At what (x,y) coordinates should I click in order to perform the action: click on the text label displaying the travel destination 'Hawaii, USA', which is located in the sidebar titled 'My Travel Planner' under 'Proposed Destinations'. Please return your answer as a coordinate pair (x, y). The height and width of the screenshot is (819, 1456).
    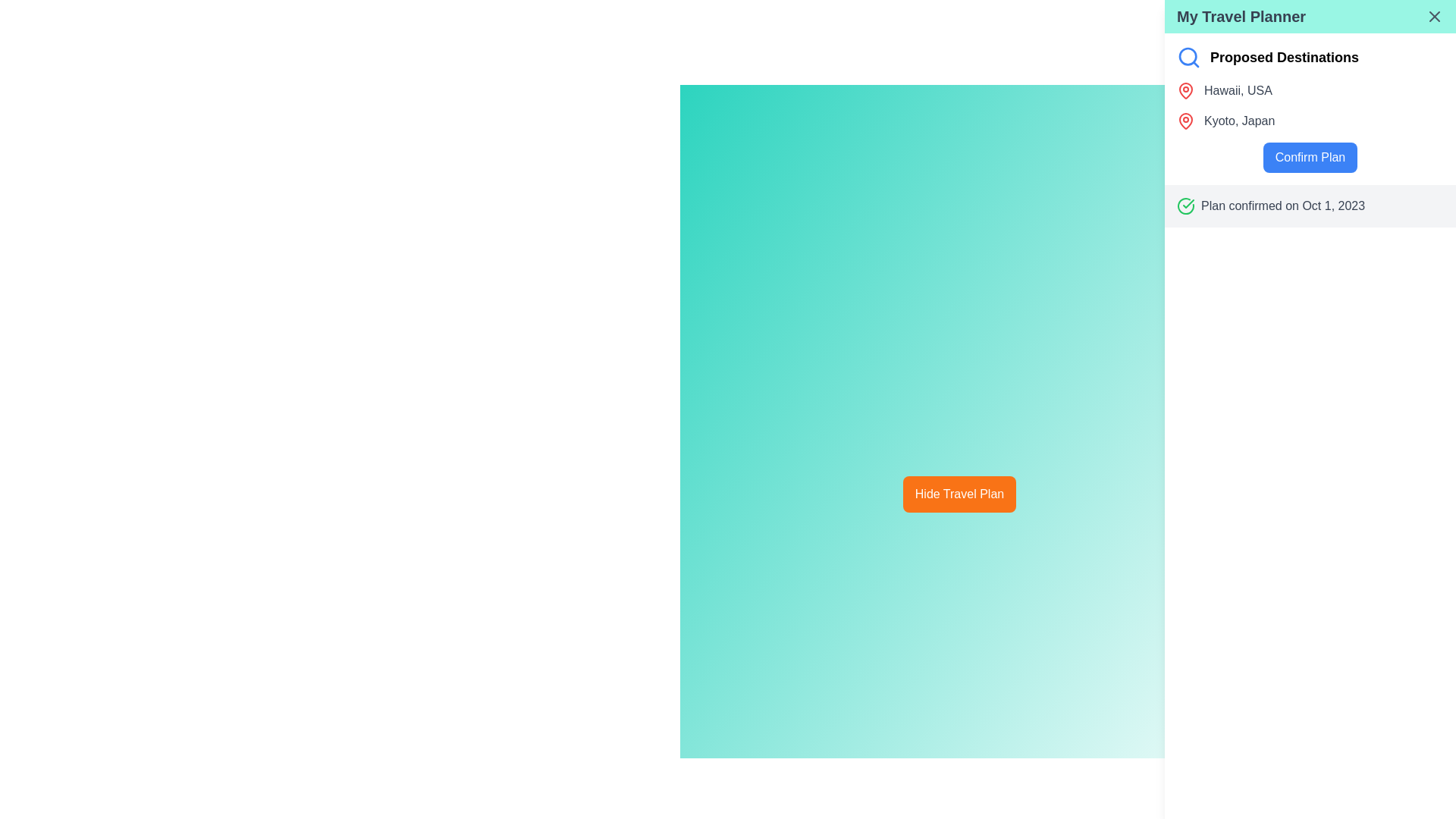
    Looking at the image, I should click on (1238, 90).